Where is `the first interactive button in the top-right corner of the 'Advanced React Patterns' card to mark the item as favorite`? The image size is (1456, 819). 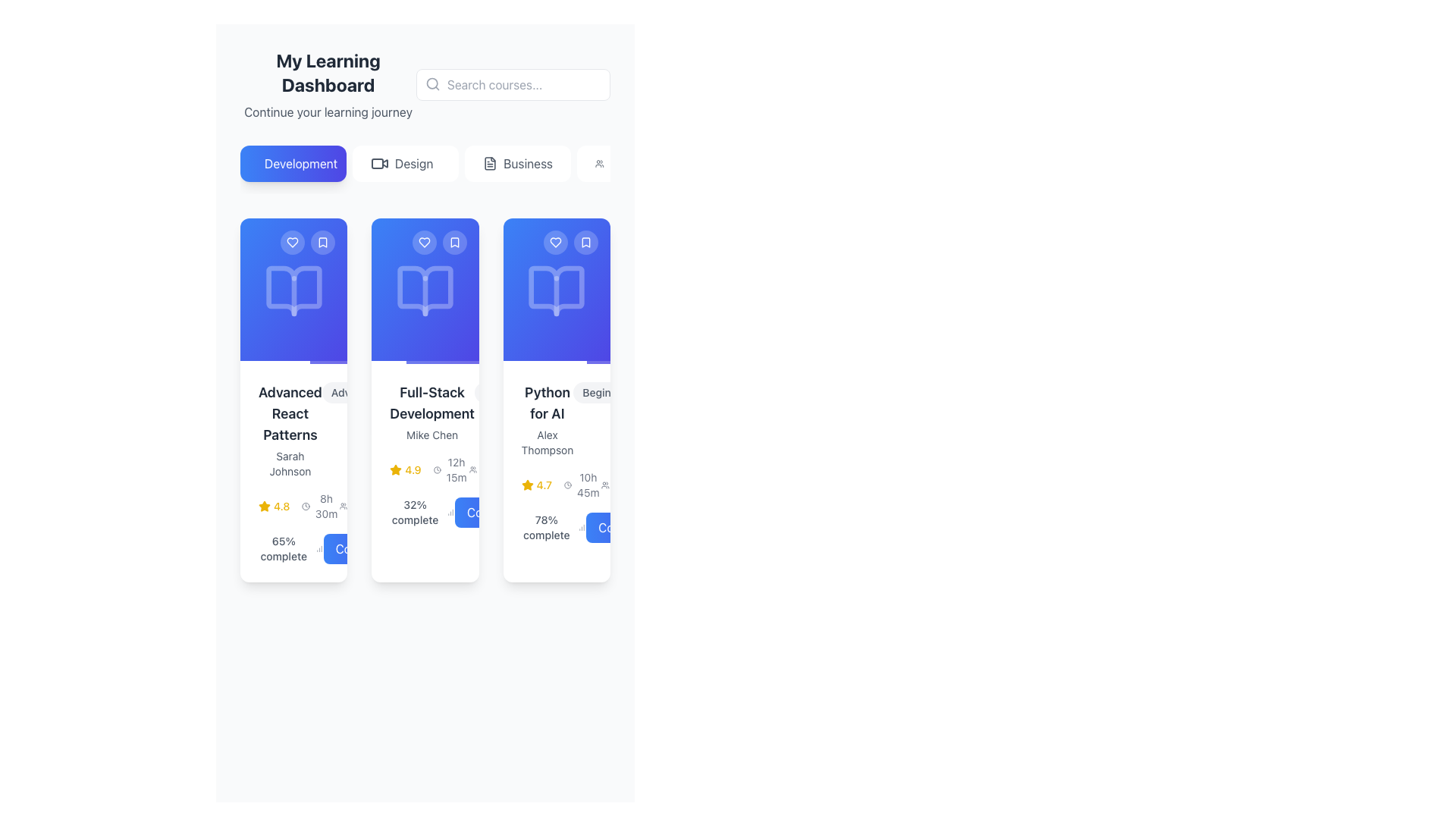 the first interactive button in the top-right corner of the 'Advanced React Patterns' card to mark the item as favorite is located at coordinates (293, 242).